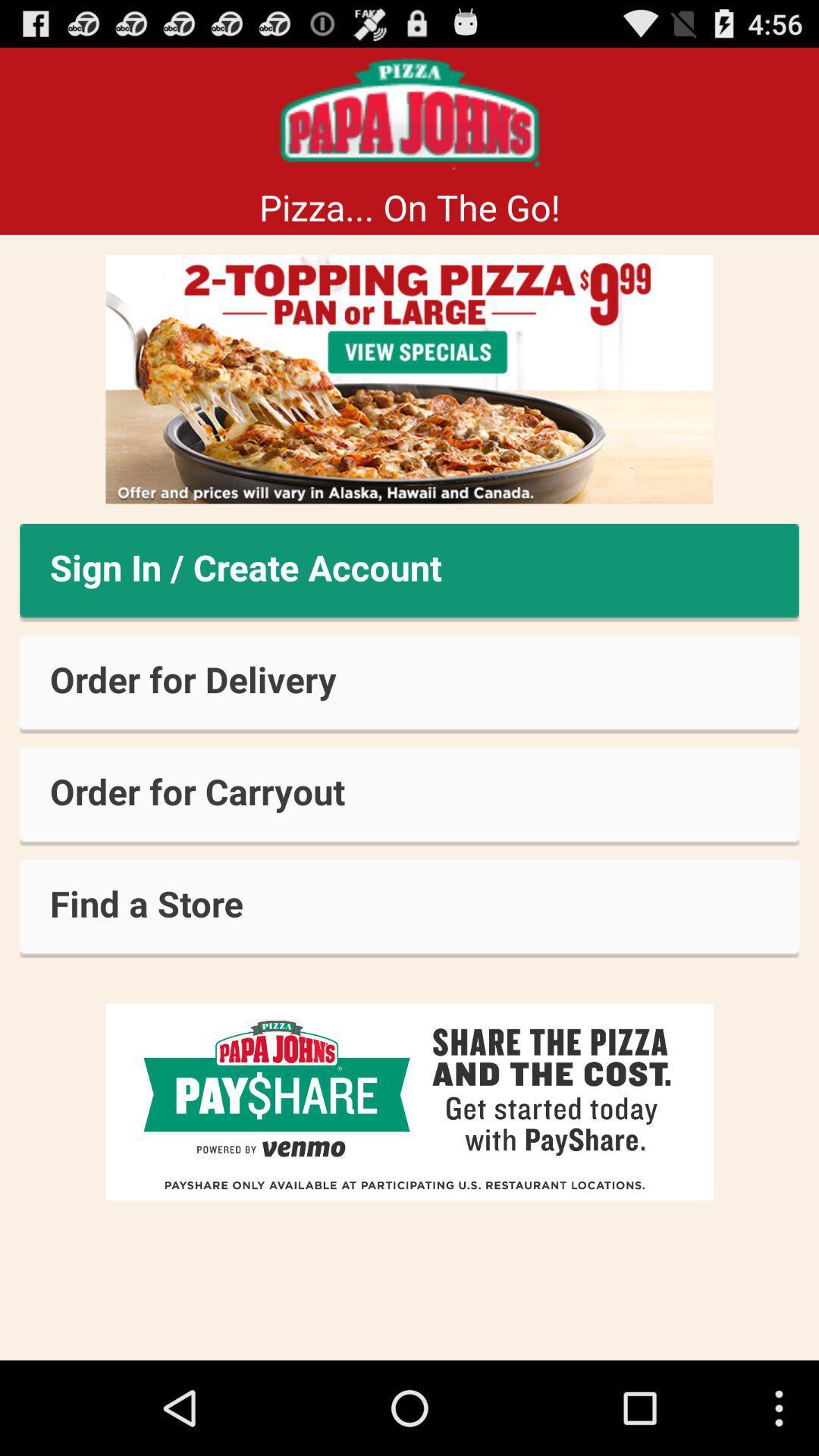  I want to click on button below order for carryout item, so click(409, 908).